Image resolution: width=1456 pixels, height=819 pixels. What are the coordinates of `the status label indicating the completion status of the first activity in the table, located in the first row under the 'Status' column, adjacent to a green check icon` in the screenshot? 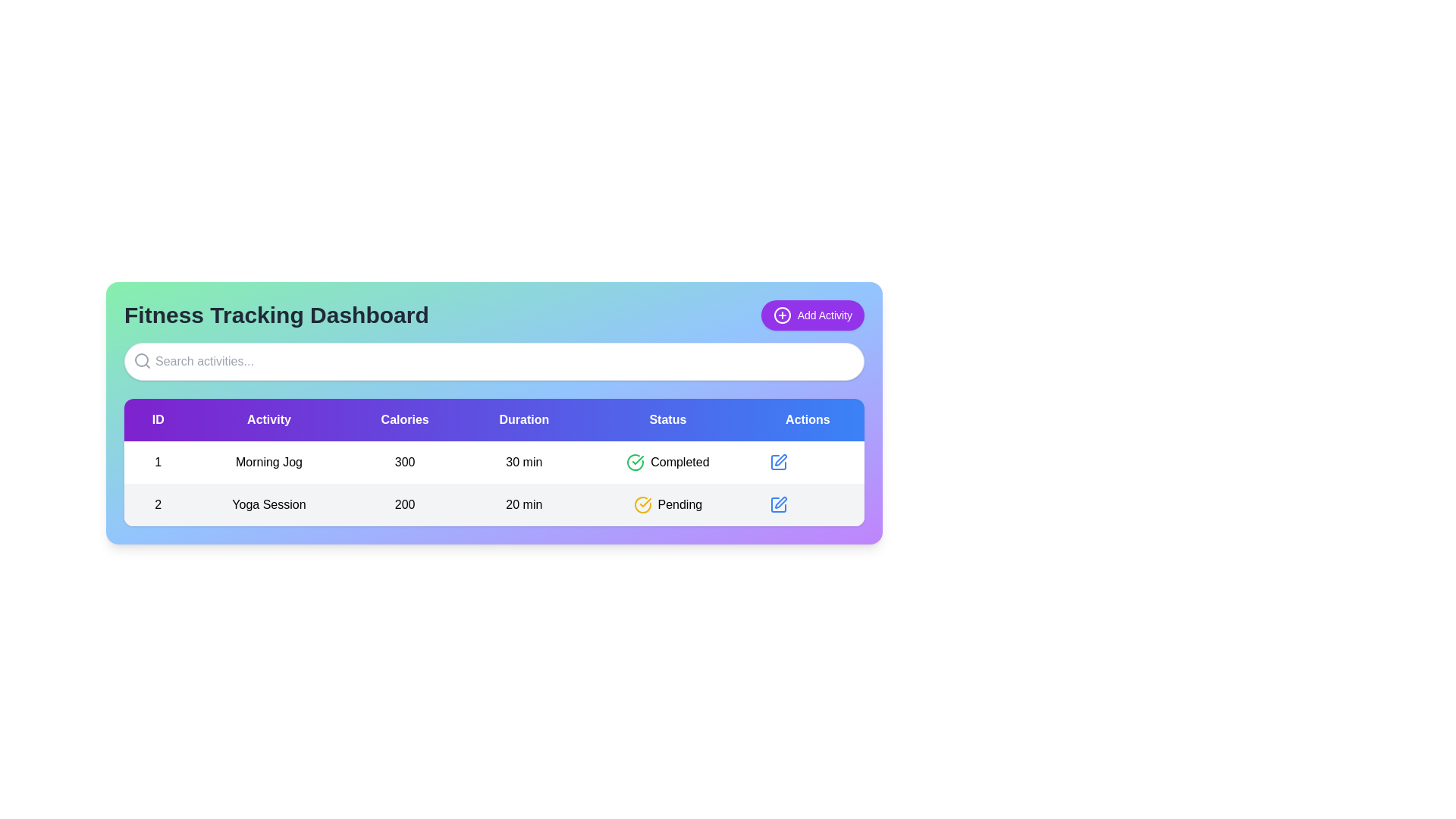 It's located at (679, 461).